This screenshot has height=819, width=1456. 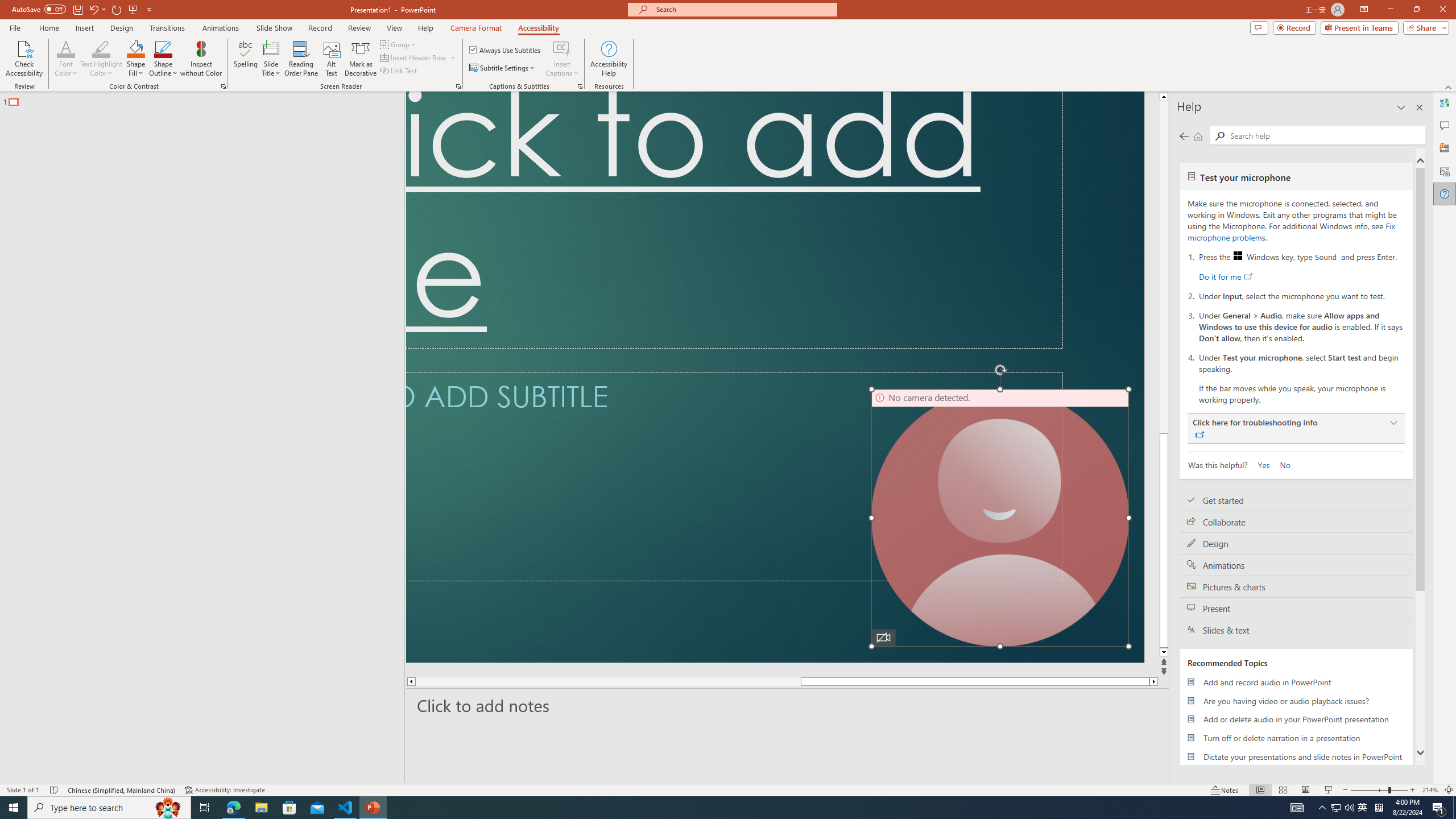 What do you see at coordinates (1430, 790) in the screenshot?
I see `'Zoom 214%'` at bounding box center [1430, 790].